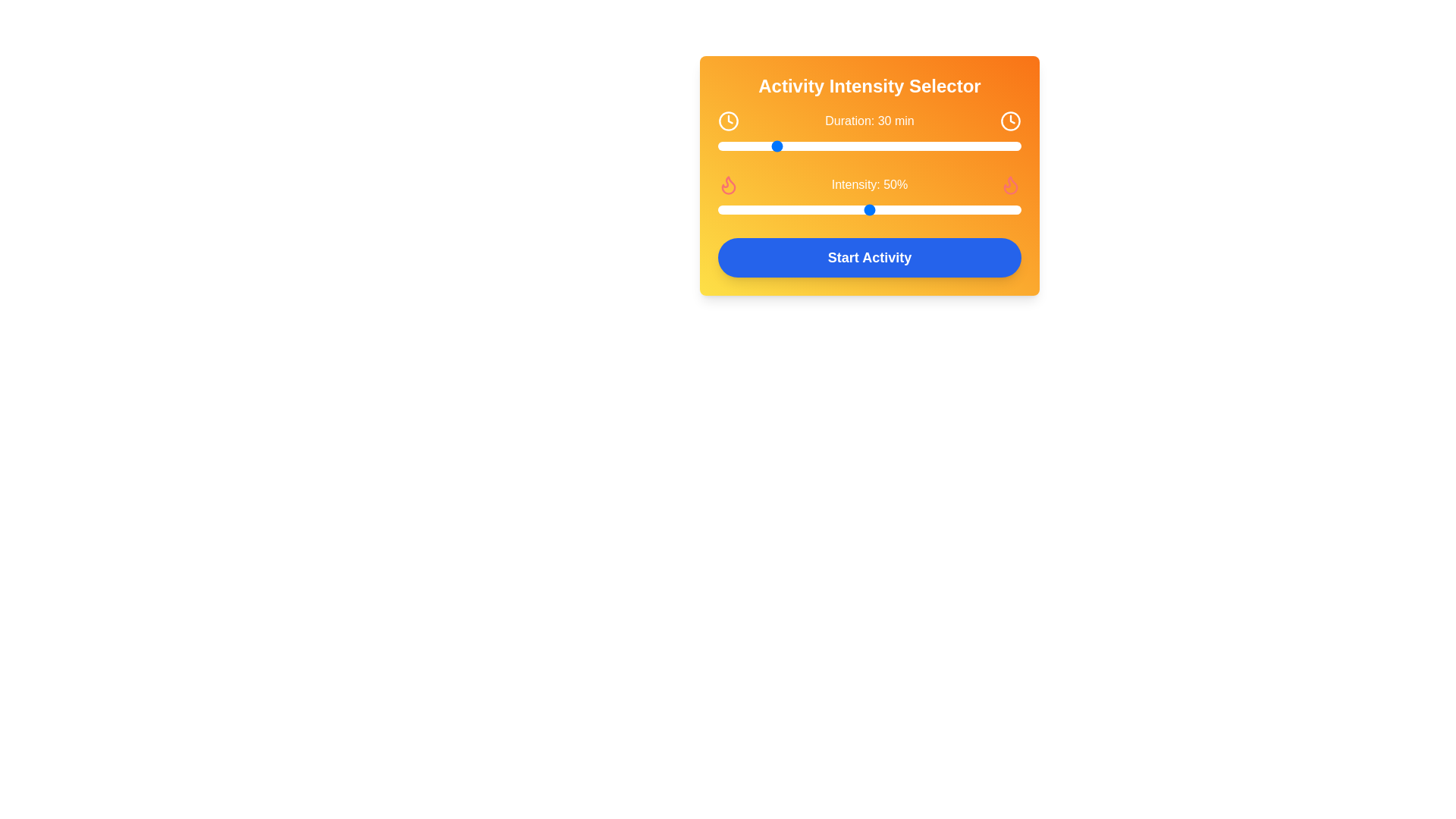 The height and width of the screenshot is (819, 1456). What do you see at coordinates (1012, 210) in the screenshot?
I see `the intensity slider to set the intensity to 97%` at bounding box center [1012, 210].